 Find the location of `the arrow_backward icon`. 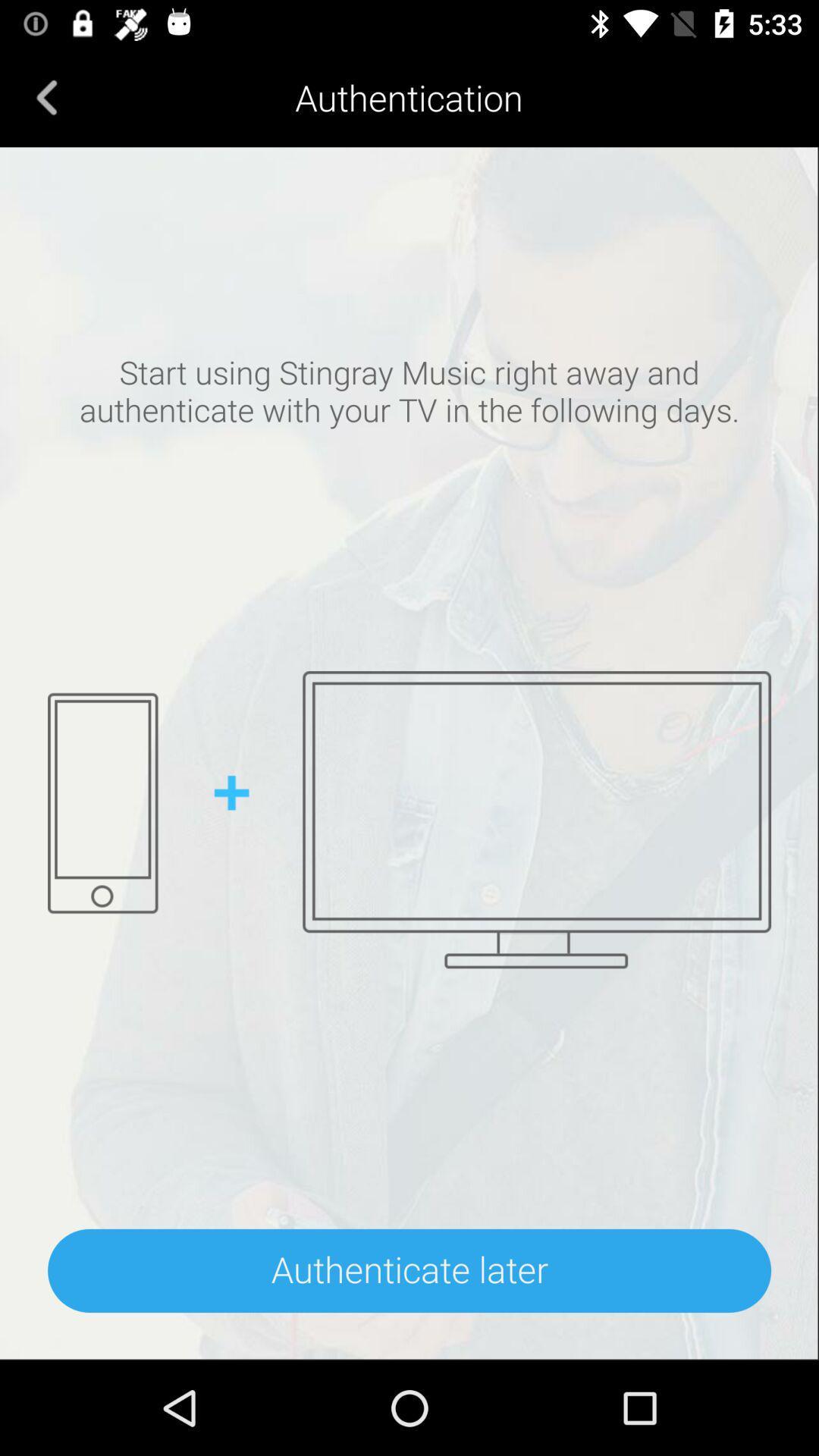

the arrow_backward icon is located at coordinates (46, 96).